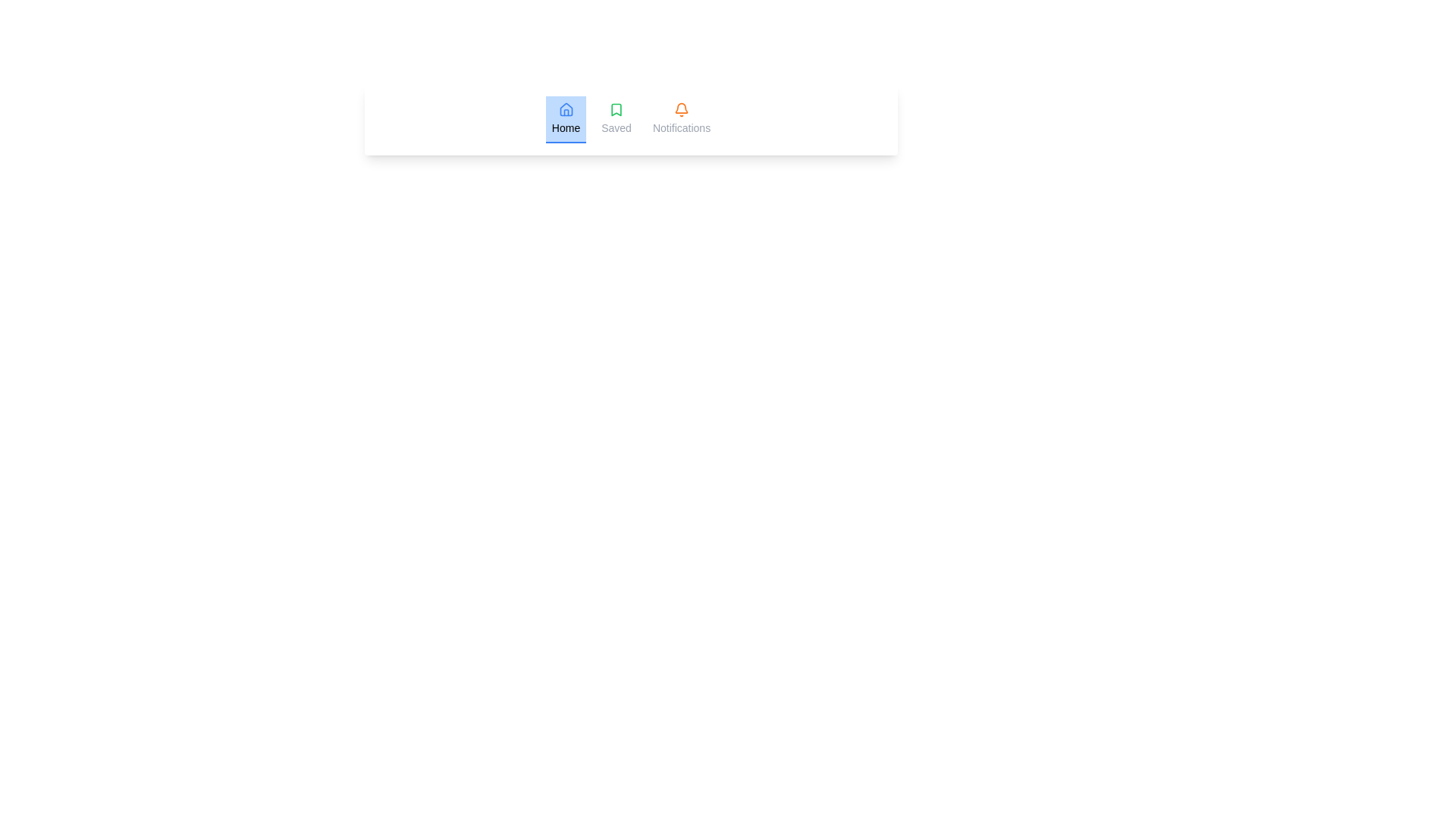 The height and width of the screenshot is (819, 1456). I want to click on the Notifications category to see its hover effect, so click(680, 119).